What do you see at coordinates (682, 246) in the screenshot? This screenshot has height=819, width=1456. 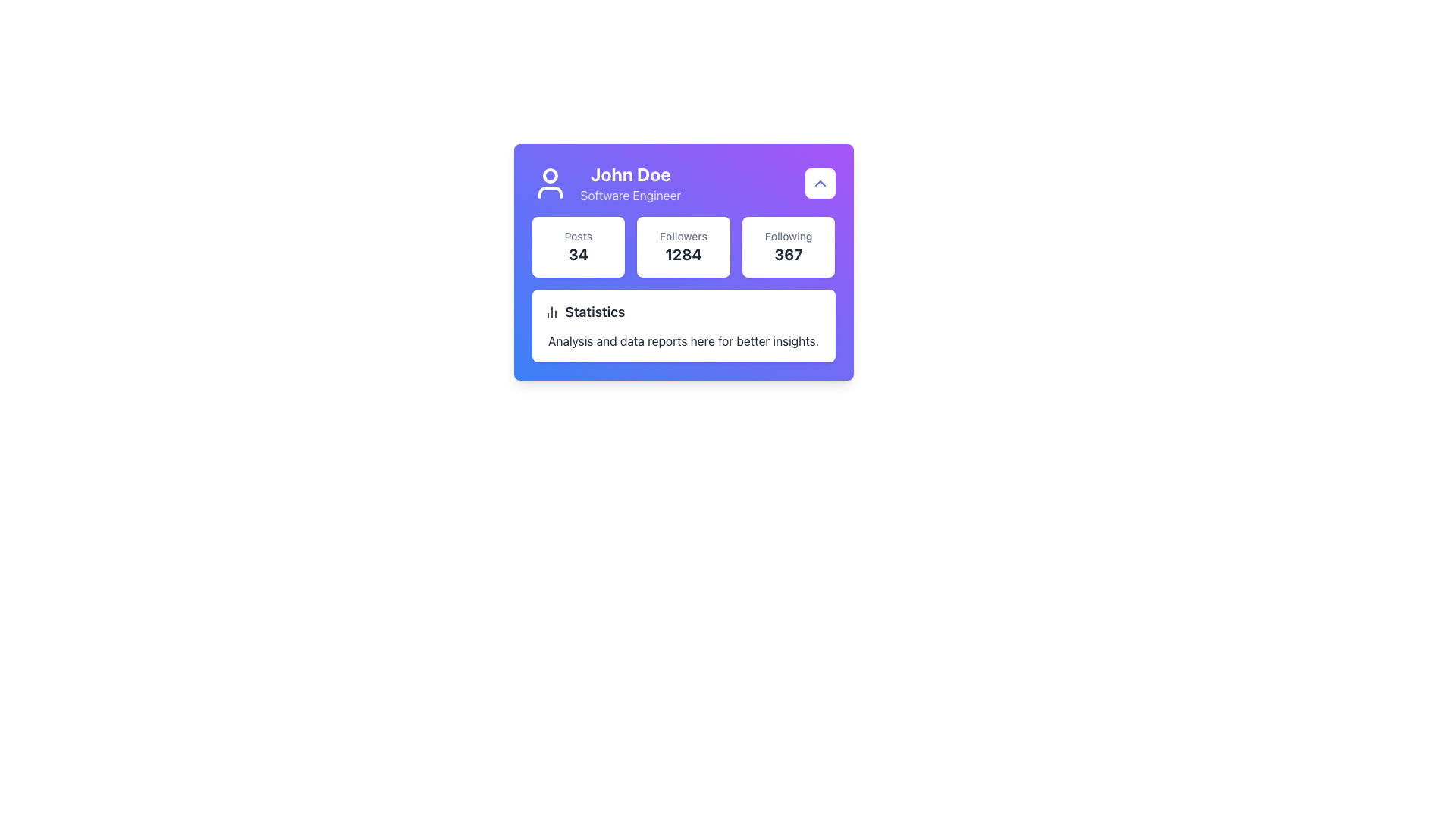 I see `the Statistical Display Card that shows the number of followers, which is centrally located in a grid of three cards, positioned between the 'Posts' and 'Following' cards` at bounding box center [682, 246].